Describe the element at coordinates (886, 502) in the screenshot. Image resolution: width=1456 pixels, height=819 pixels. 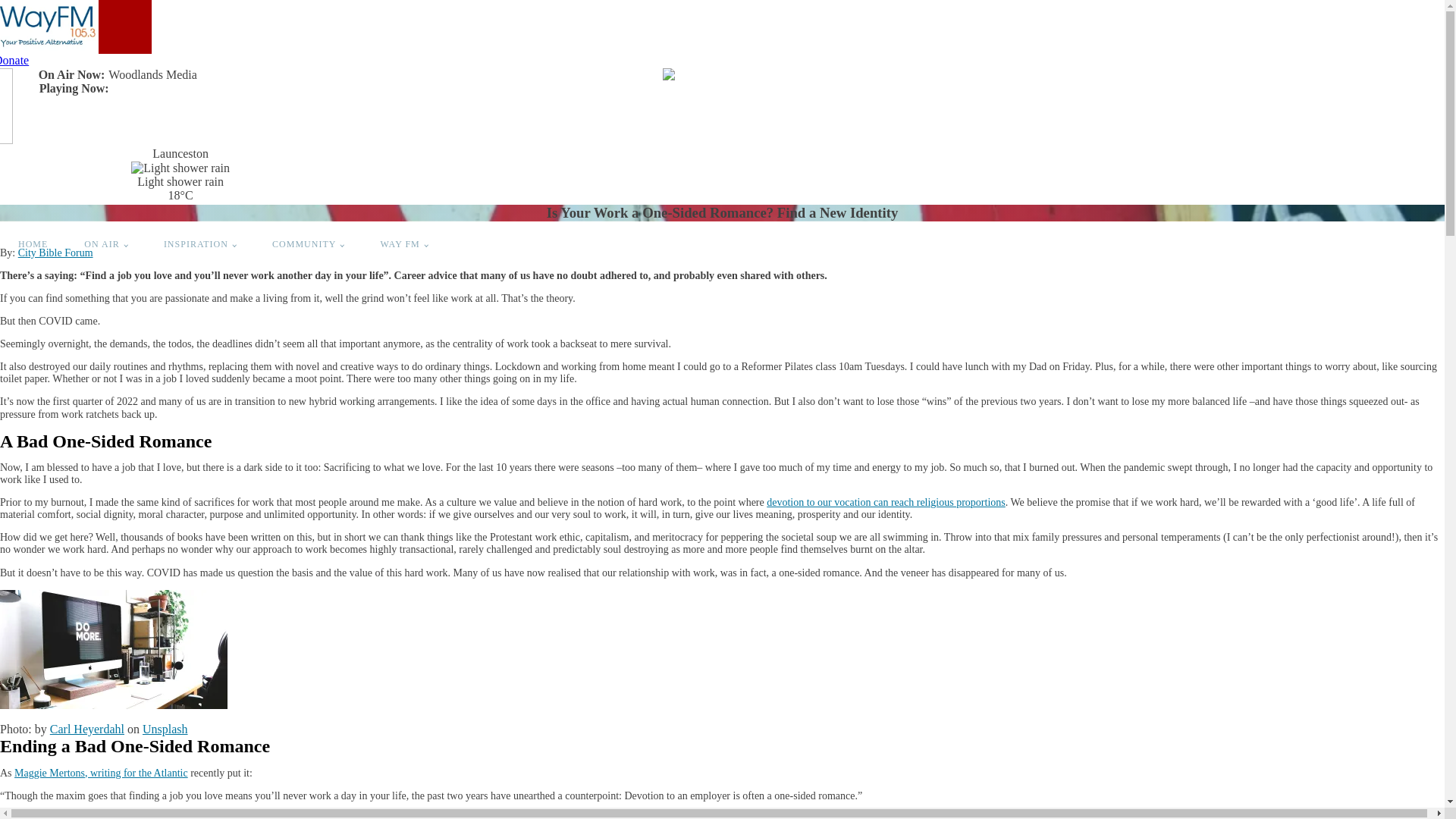
I see `'devotion to our vocation can reach religious proportions'` at that location.